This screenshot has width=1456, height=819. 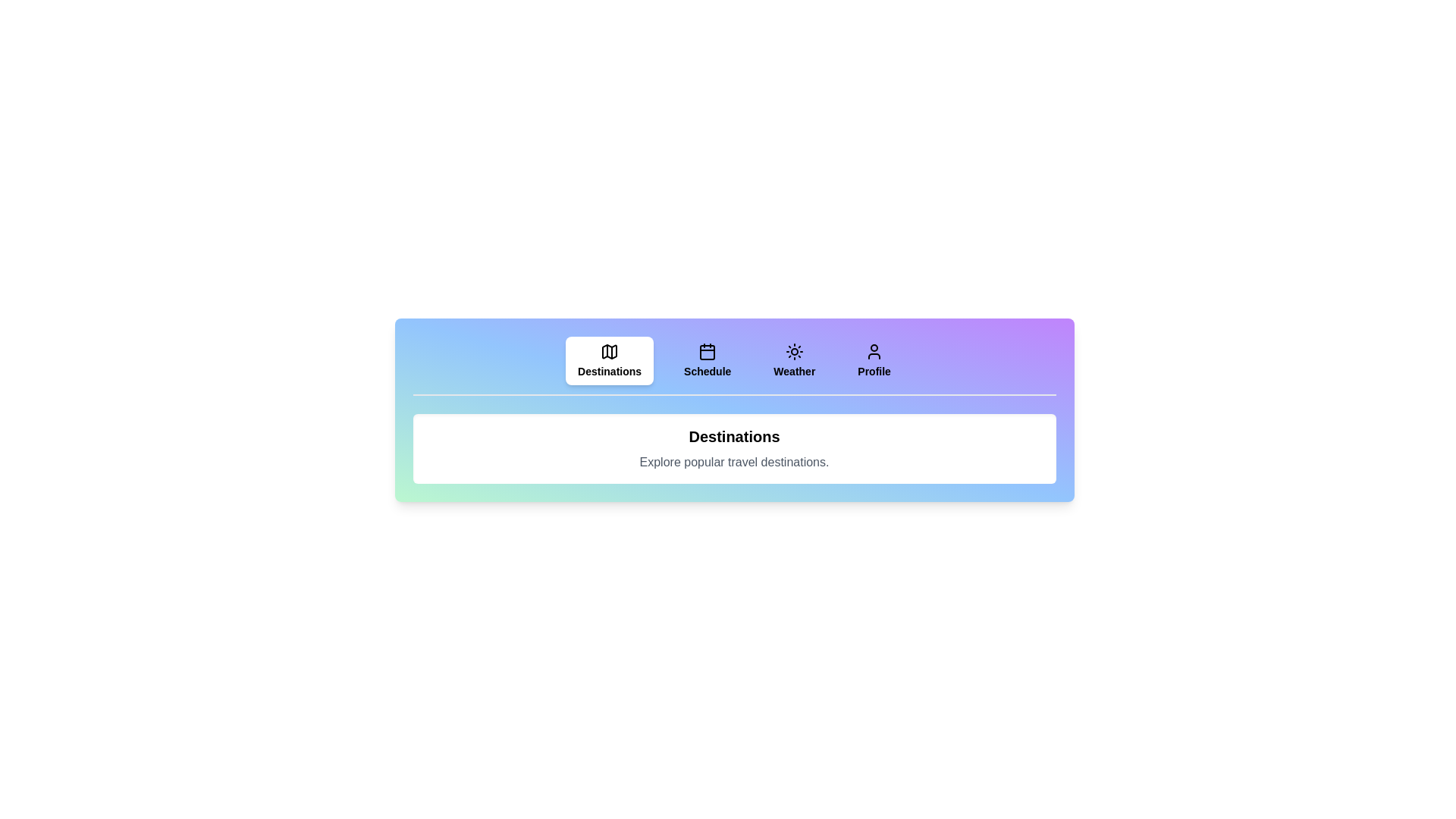 I want to click on the Destinations tab, so click(x=610, y=360).